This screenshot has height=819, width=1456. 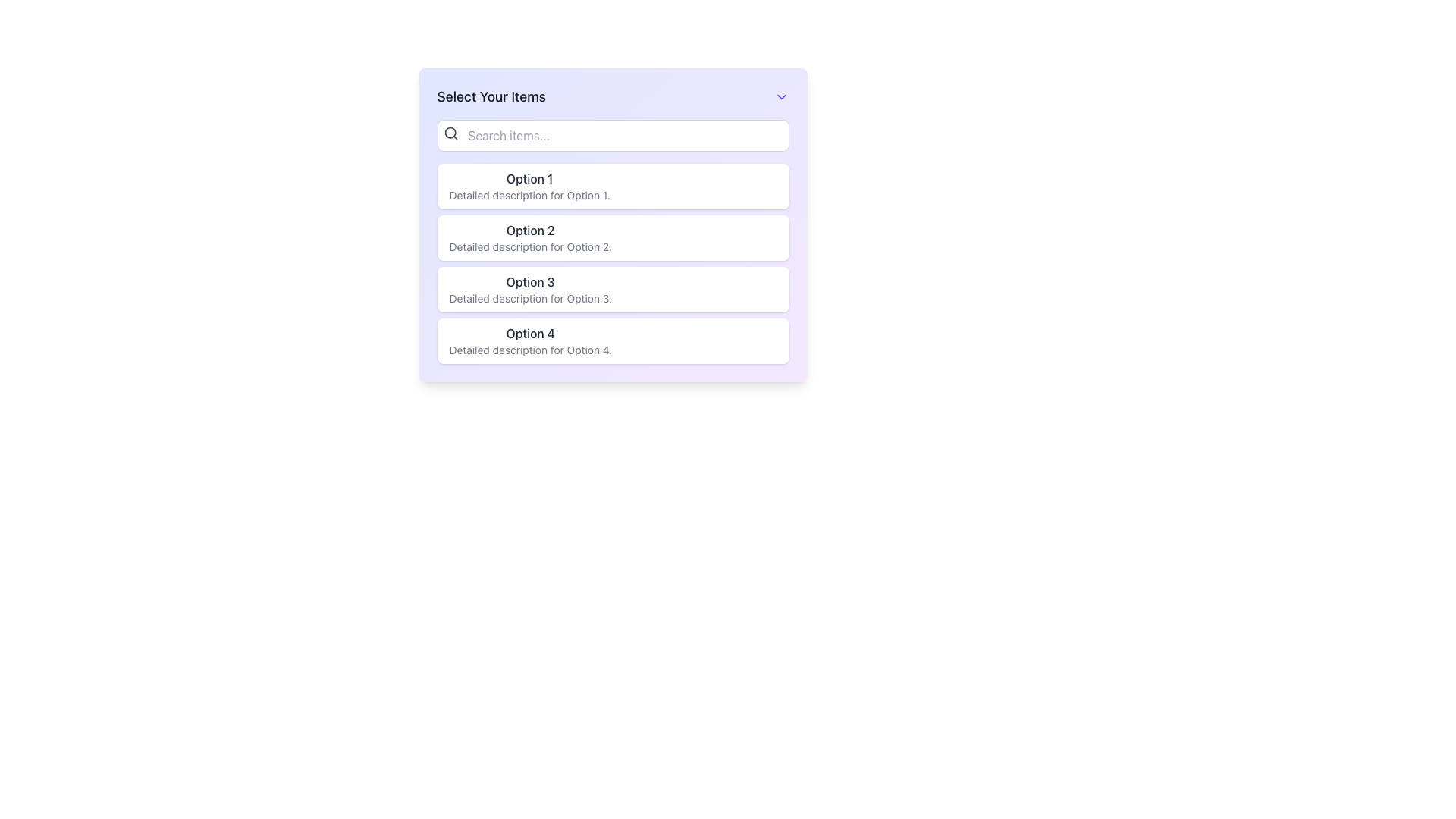 What do you see at coordinates (530, 246) in the screenshot?
I see `the detailed description text that provides additional information related to 'Option 2' in the list` at bounding box center [530, 246].